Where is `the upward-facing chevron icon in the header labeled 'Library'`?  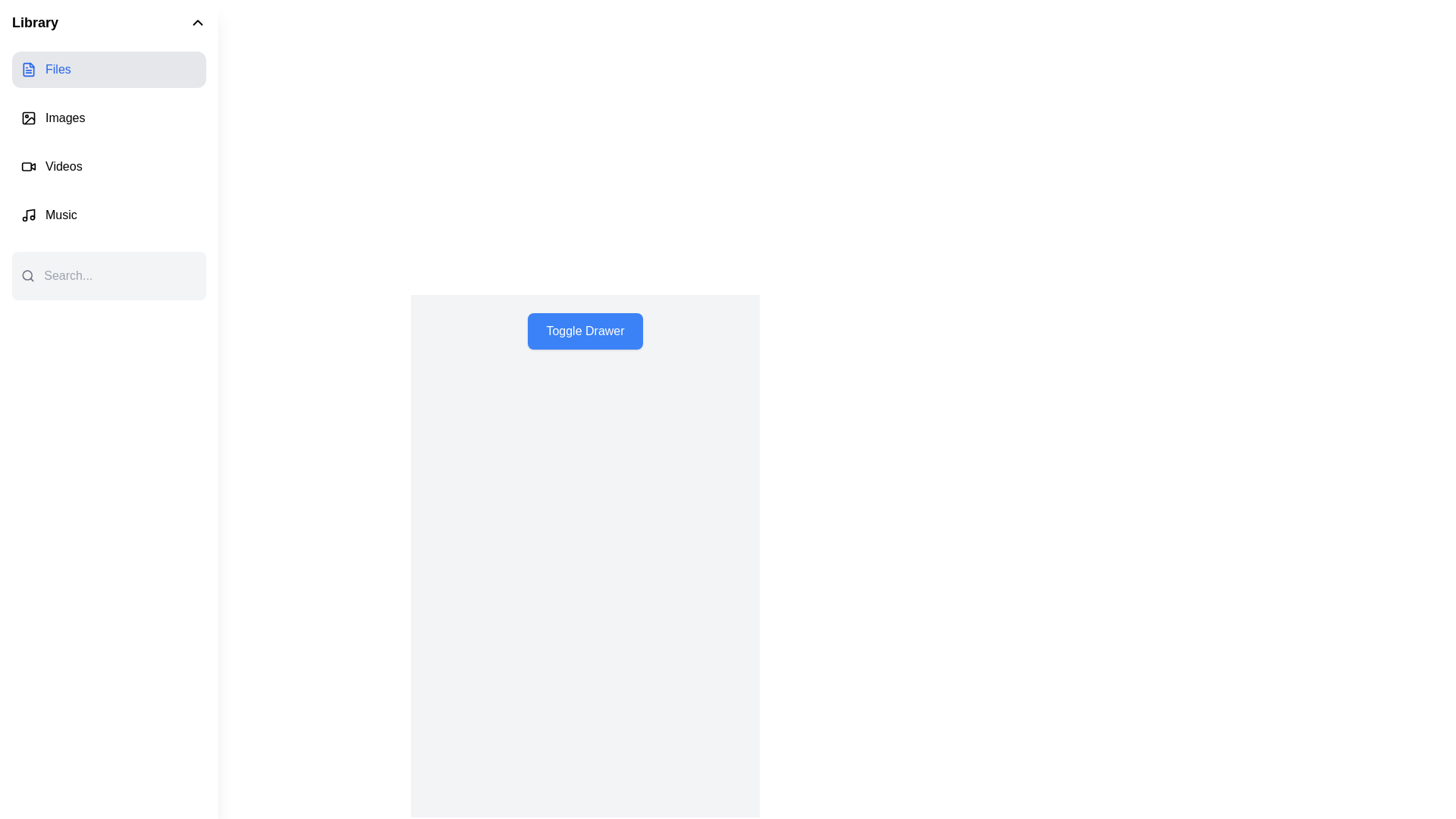
the upward-facing chevron icon in the header labeled 'Library' is located at coordinates (196, 23).